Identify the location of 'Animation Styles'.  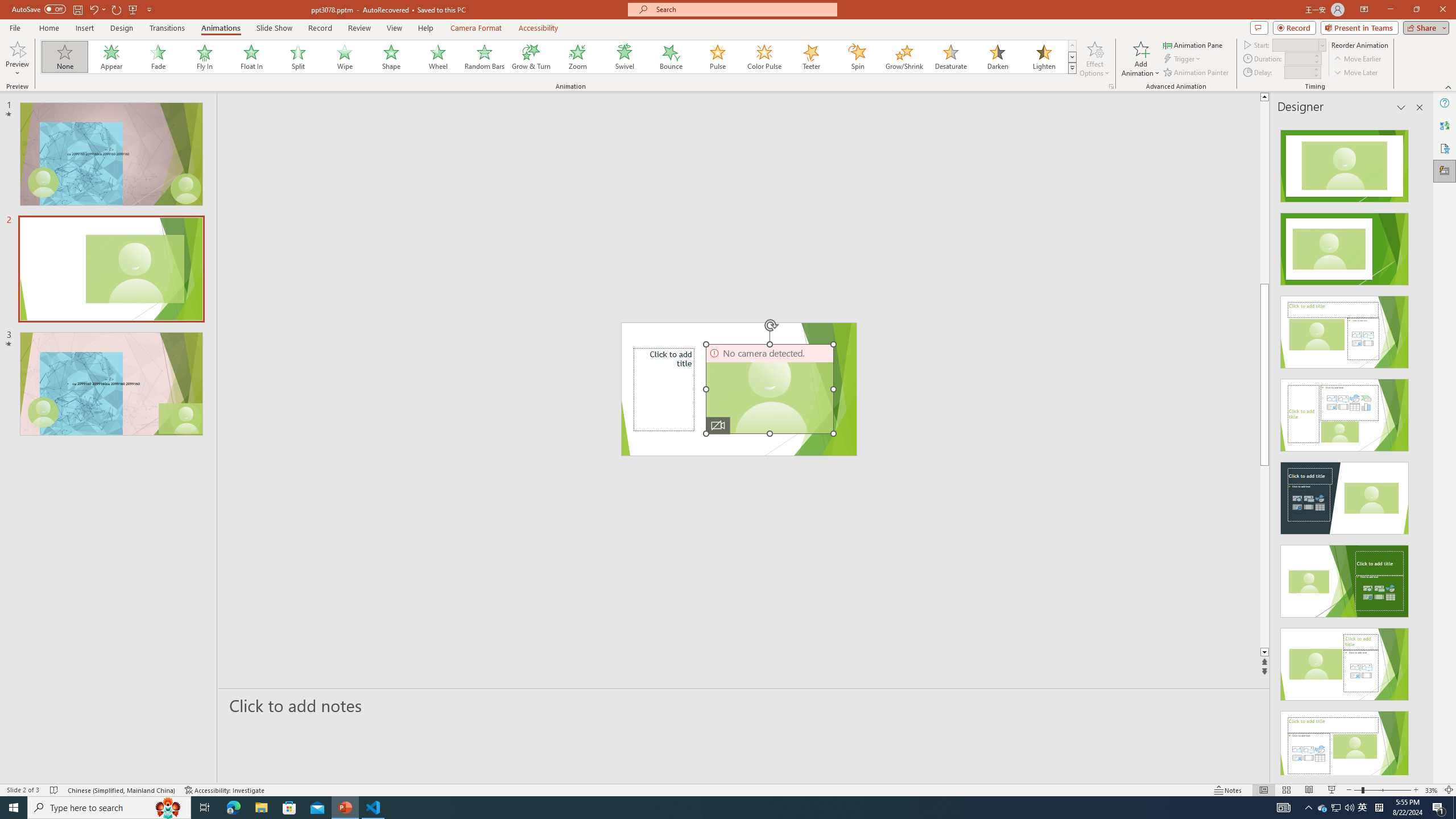
(1072, 67).